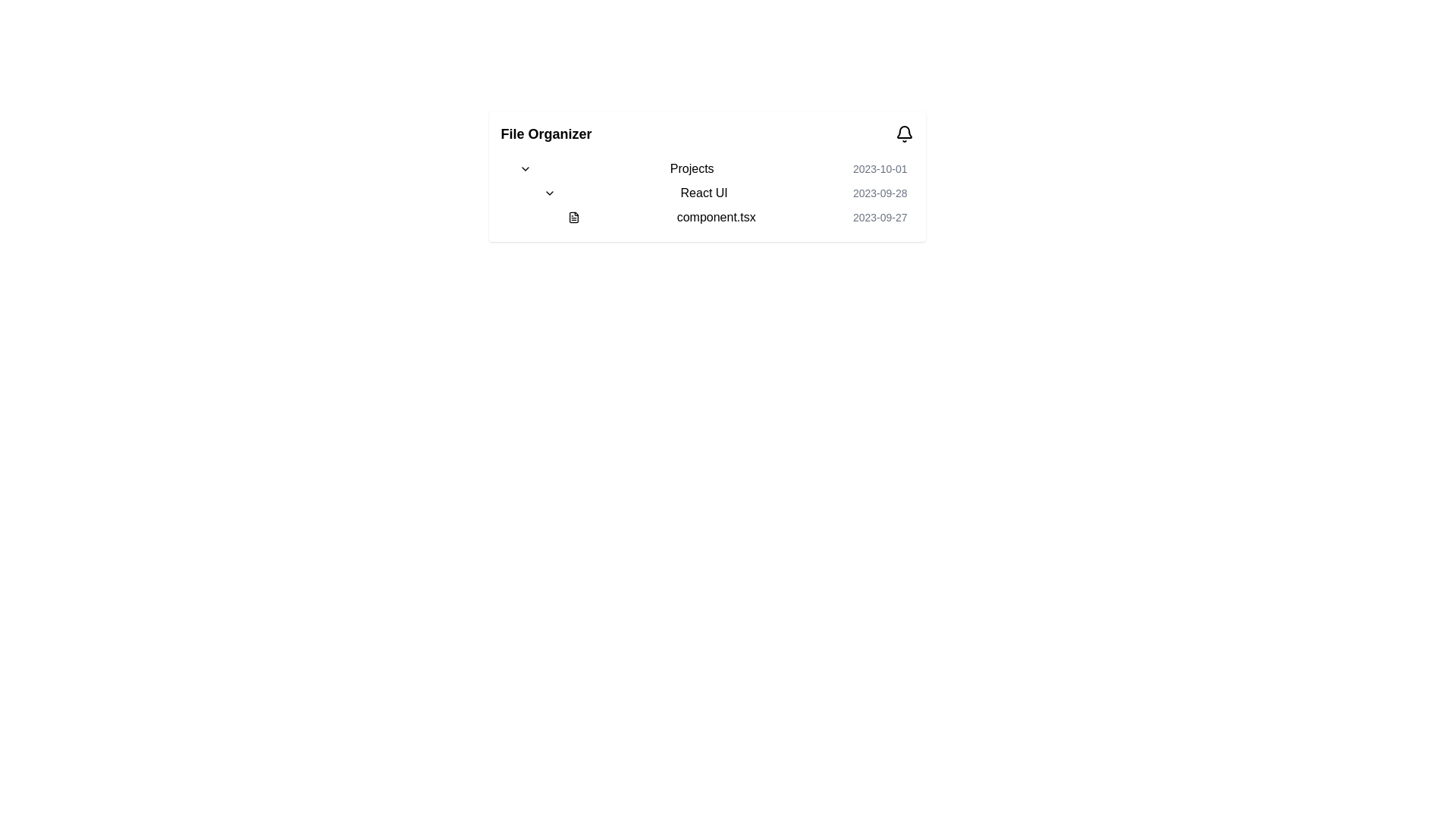  What do you see at coordinates (691, 169) in the screenshot?
I see `the 'Projects' label, which is a horizontally aligned text label styled in black within a list item component` at bounding box center [691, 169].